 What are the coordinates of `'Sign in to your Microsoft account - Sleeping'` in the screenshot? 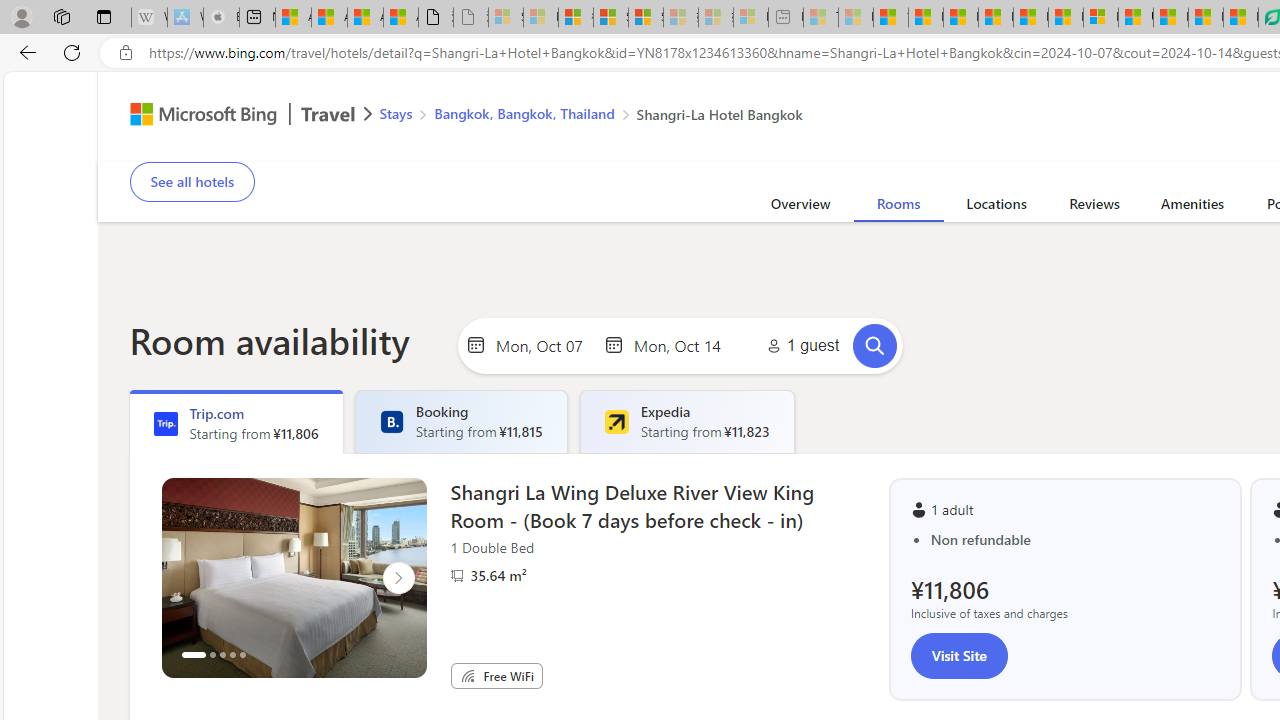 It's located at (506, 17).